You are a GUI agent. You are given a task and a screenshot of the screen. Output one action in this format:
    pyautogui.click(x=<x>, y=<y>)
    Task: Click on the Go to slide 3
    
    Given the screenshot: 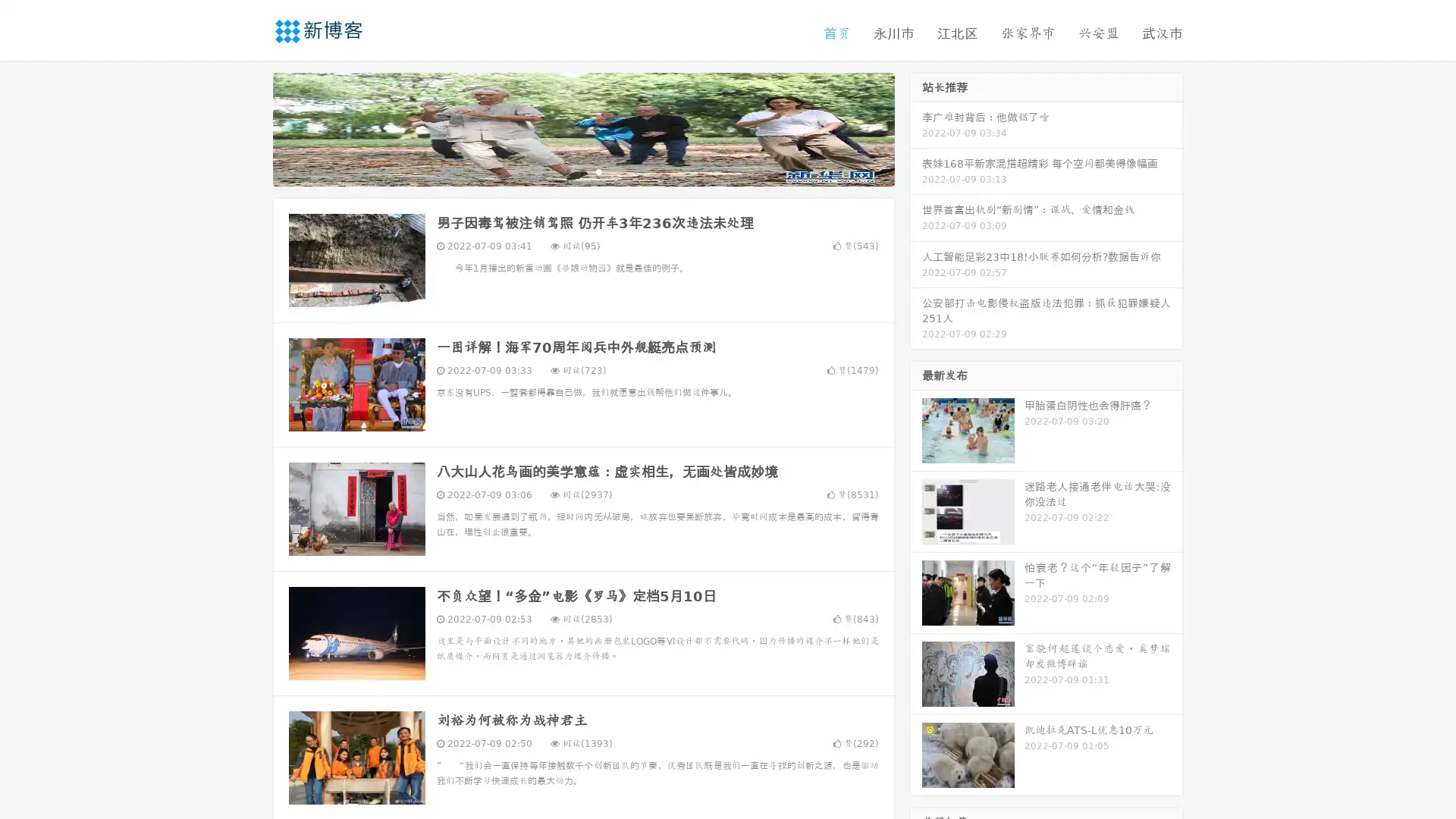 What is the action you would take?
    pyautogui.click(x=598, y=171)
    